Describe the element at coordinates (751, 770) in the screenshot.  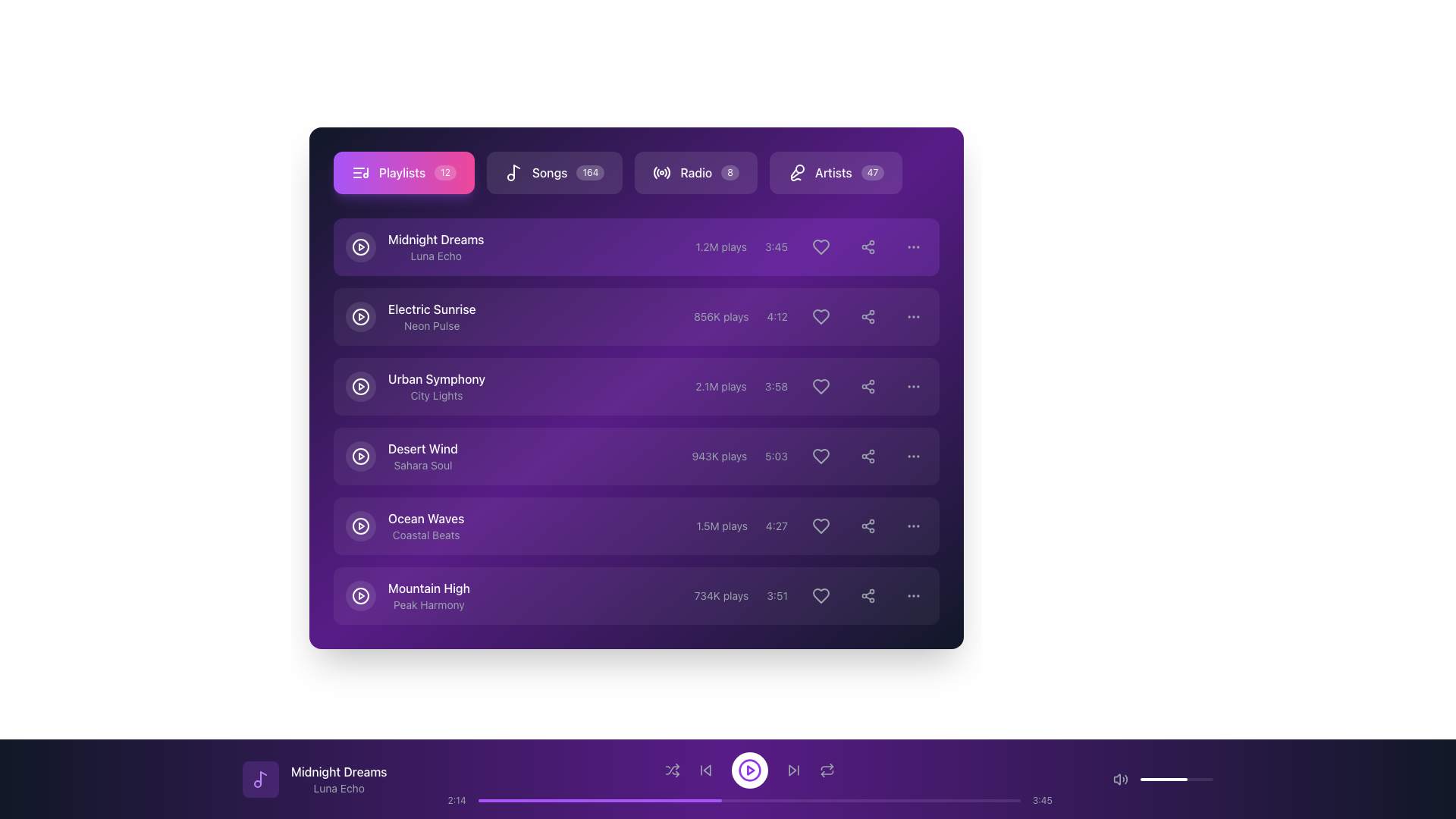
I see `the circular playback icon located at the bottom of the interface to initiate playback` at that location.